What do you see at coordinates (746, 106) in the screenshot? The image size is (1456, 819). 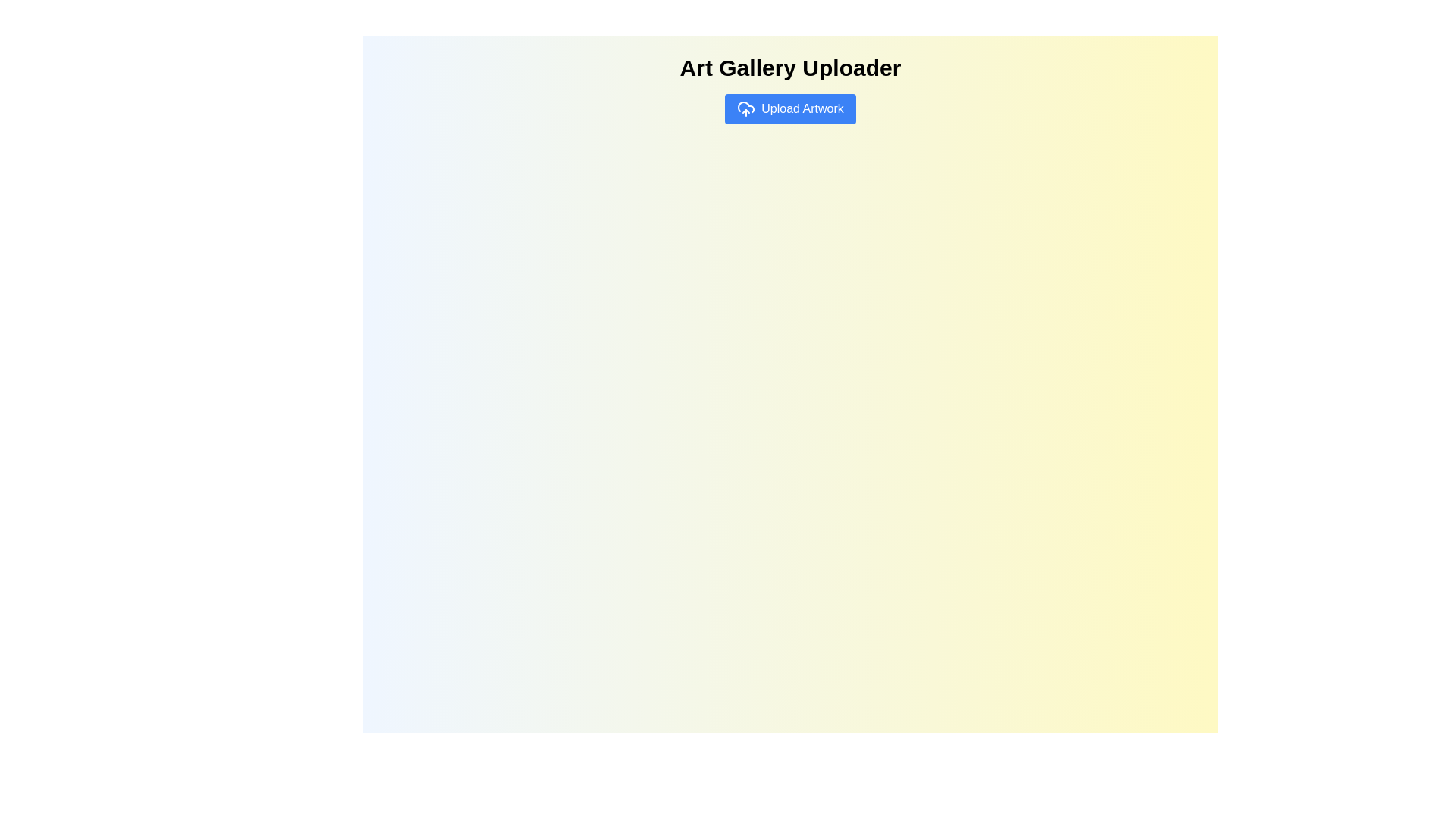 I see `the cloud-shaped icon element within the SVG image, which is part of the graphical representation and adjacent to the 'Upload Artwork' button` at bounding box center [746, 106].